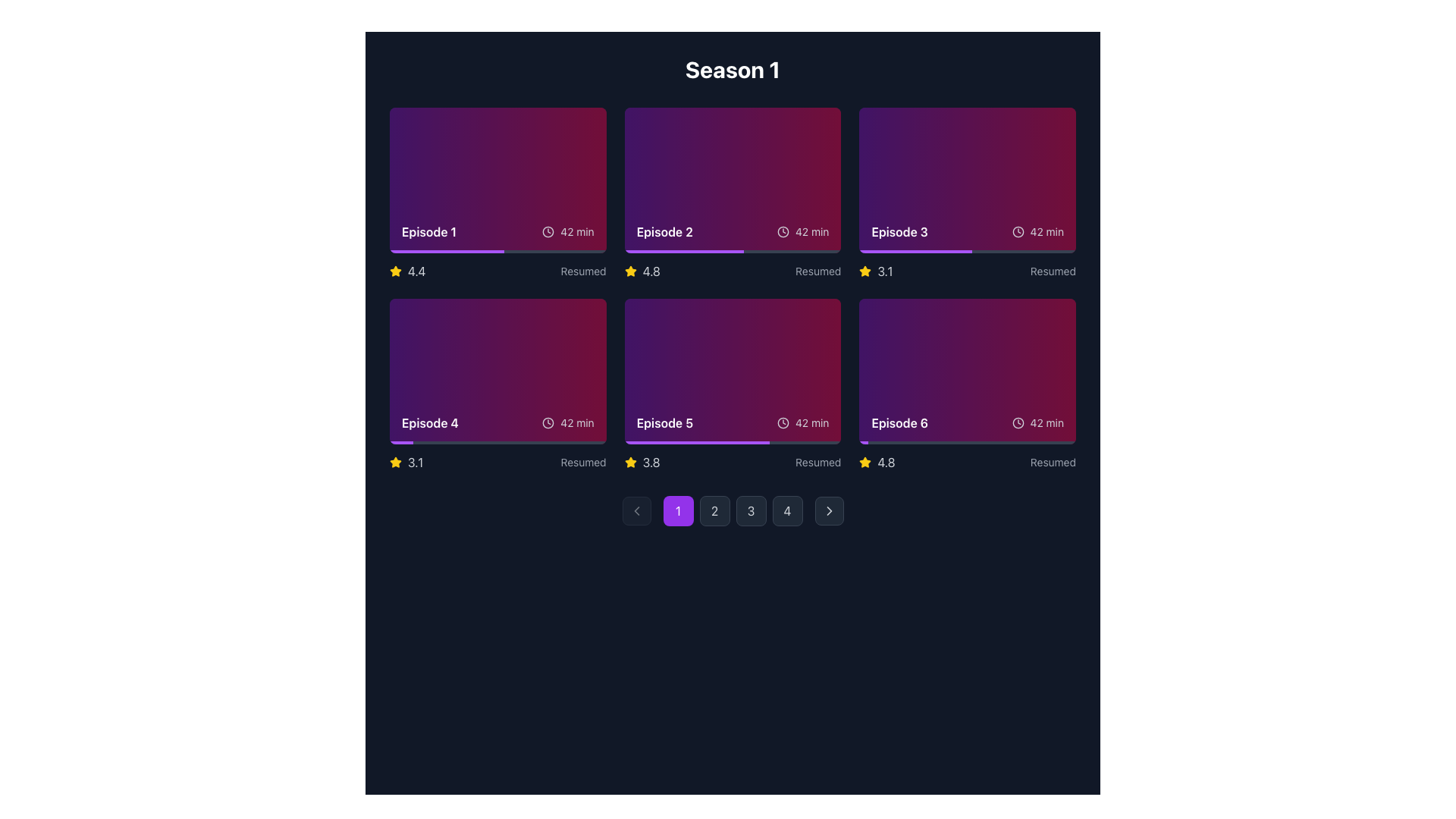 This screenshot has width=1456, height=819. What do you see at coordinates (733, 70) in the screenshot?
I see `the heading element indicating 'Season 1', which is centrally positioned at the top of the interface above the episode grid` at bounding box center [733, 70].